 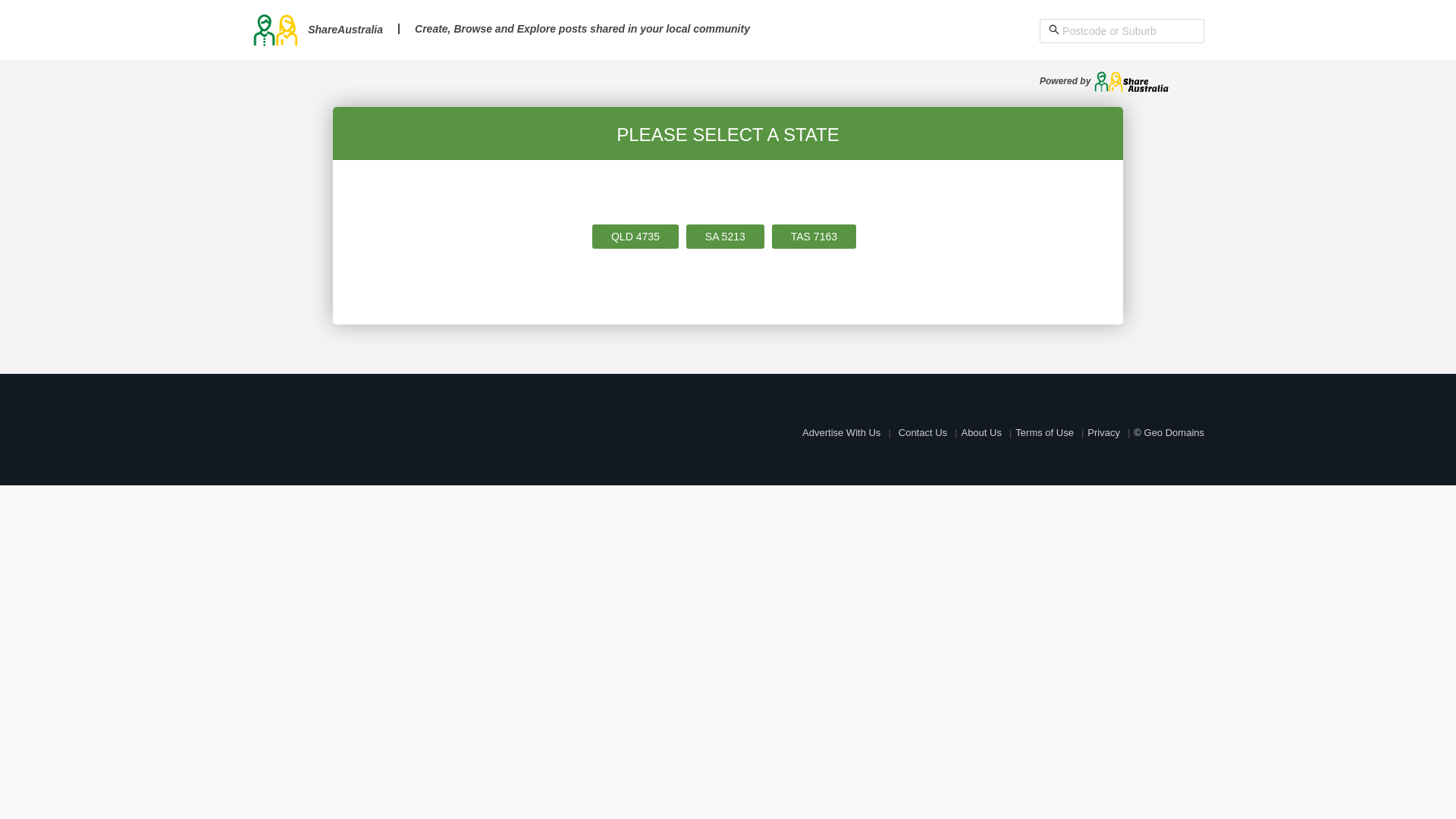 What do you see at coordinates (1103, 432) in the screenshot?
I see `'Privacy'` at bounding box center [1103, 432].